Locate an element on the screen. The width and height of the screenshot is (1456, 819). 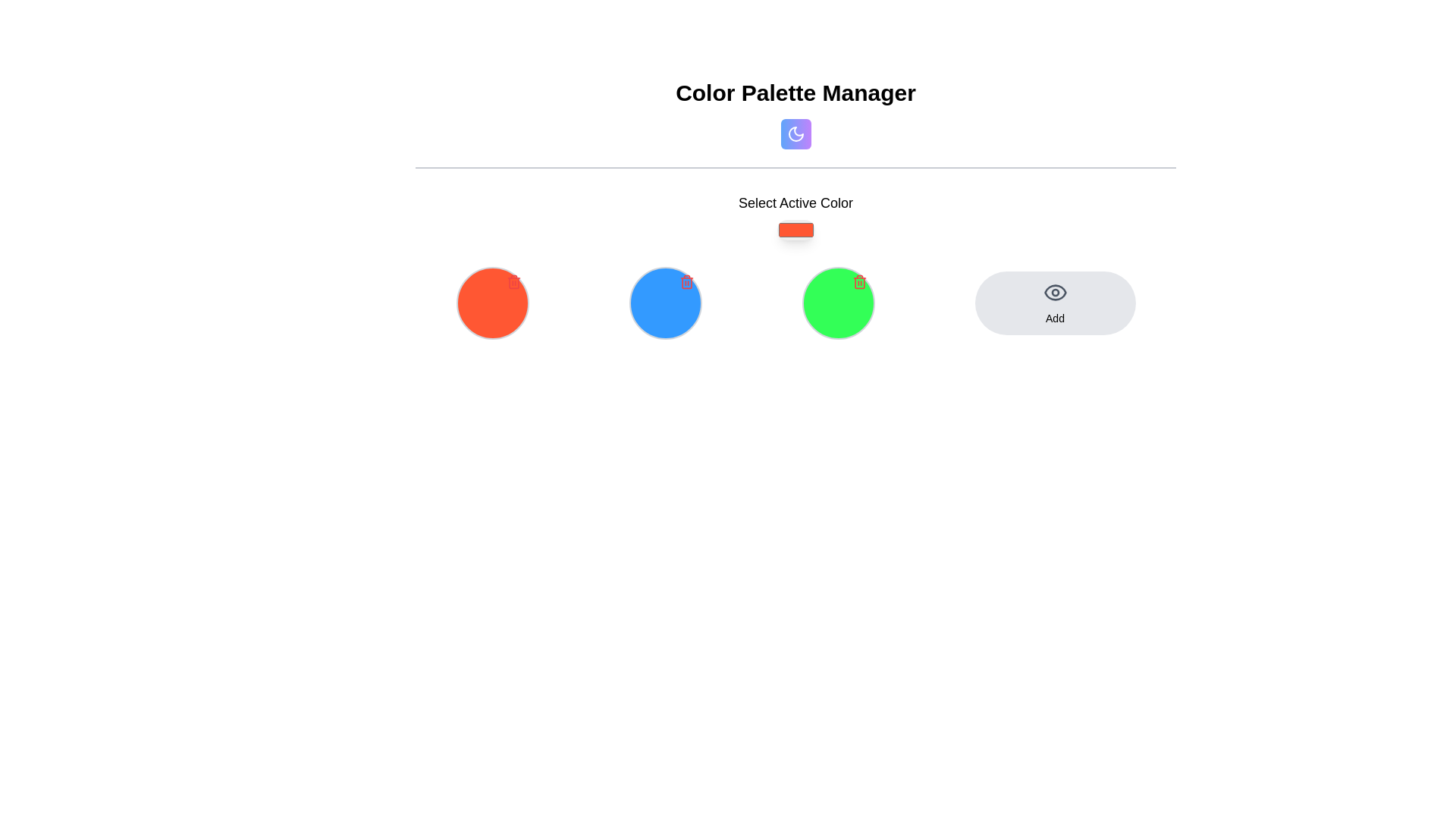
the Eye icon, which is a circular gray visibility icon located within the 'Add' button on the right side of a row of color circles is located at coordinates (1054, 292).